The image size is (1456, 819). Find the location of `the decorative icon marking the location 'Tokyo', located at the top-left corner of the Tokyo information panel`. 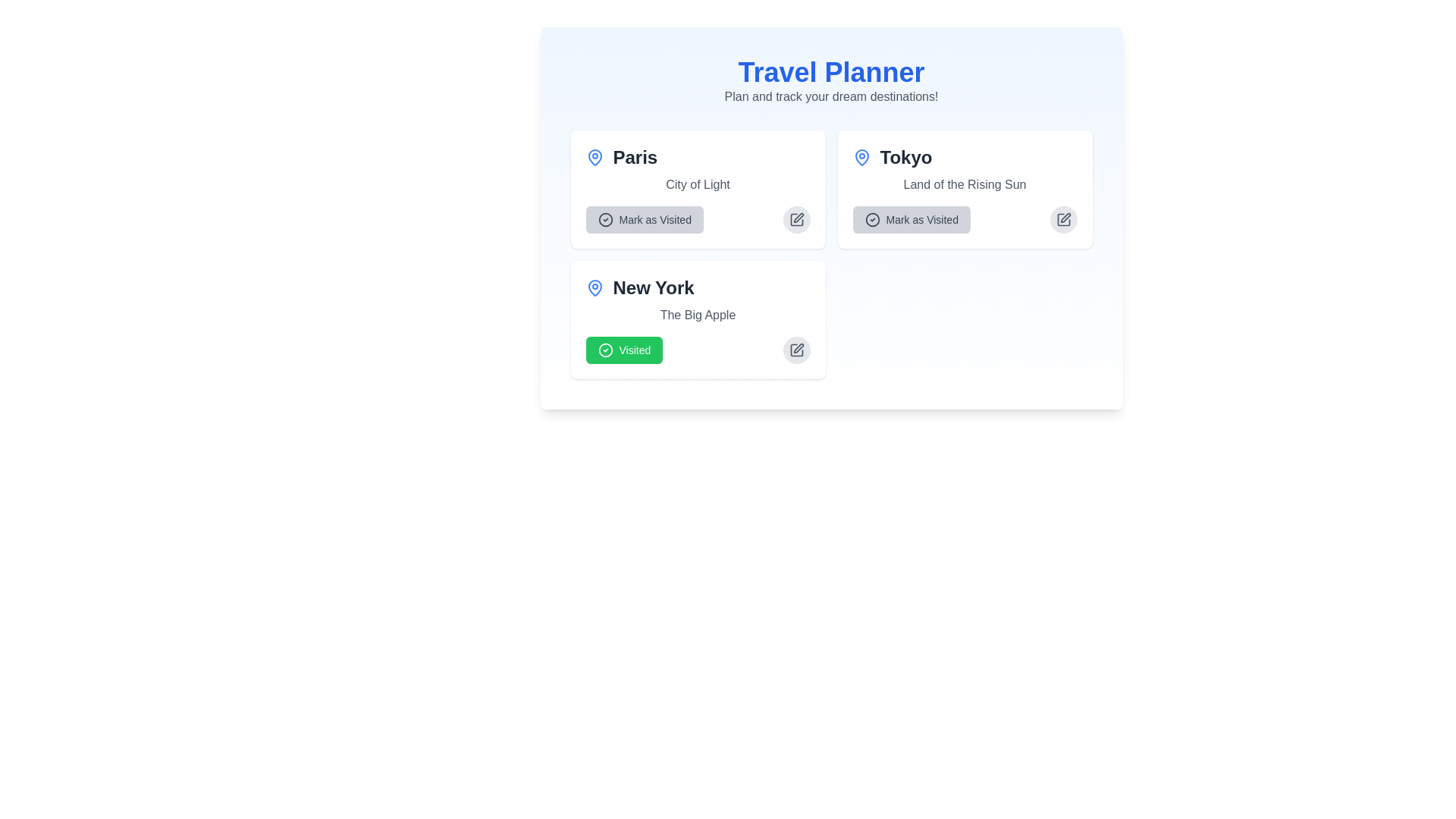

the decorative icon marking the location 'Tokyo', located at the top-left corner of the Tokyo information panel is located at coordinates (861, 158).